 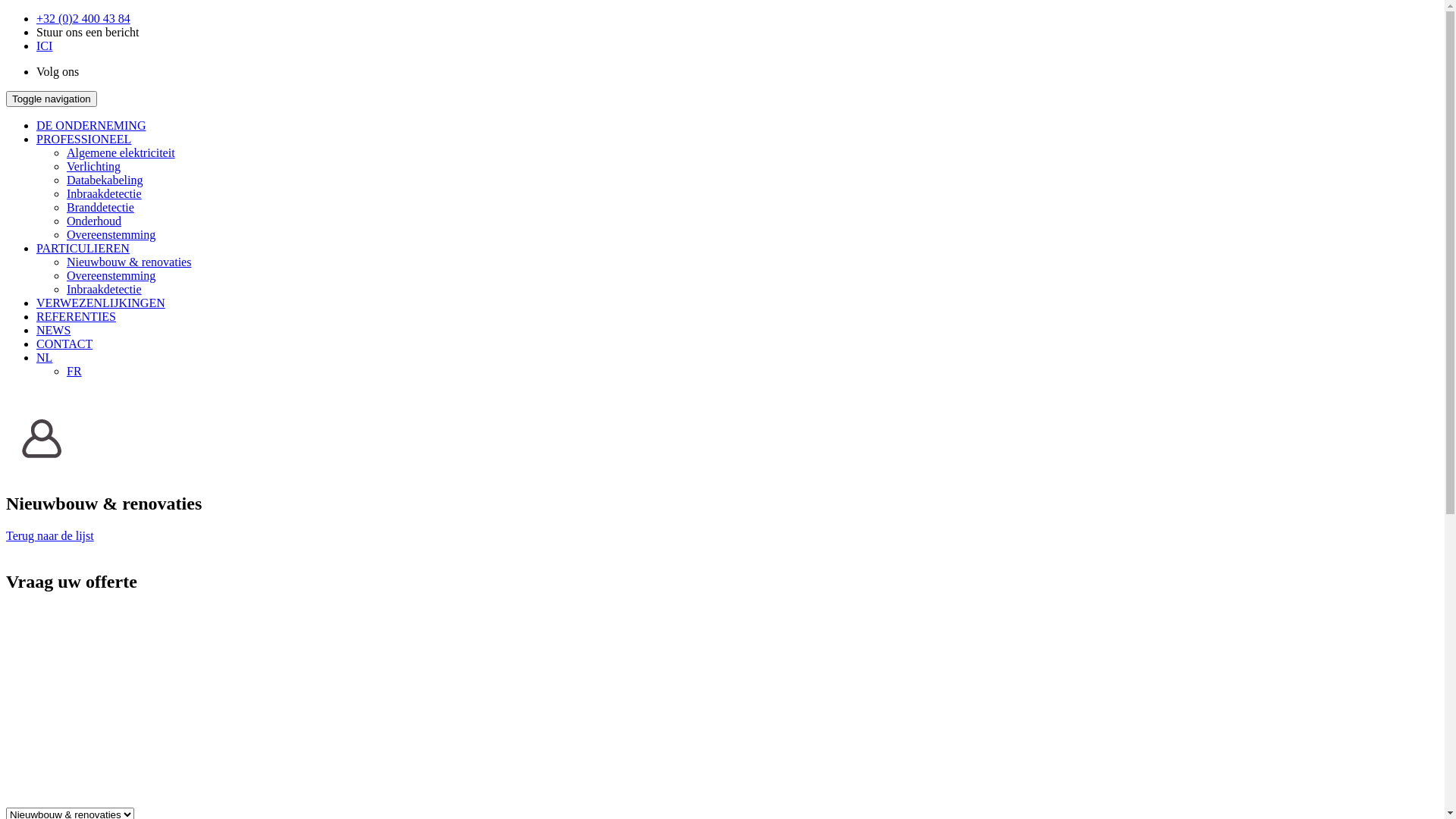 What do you see at coordinates (104, 179) in the screenshot?
I see `'Databekabeling'` at bounding box center [104, 179].